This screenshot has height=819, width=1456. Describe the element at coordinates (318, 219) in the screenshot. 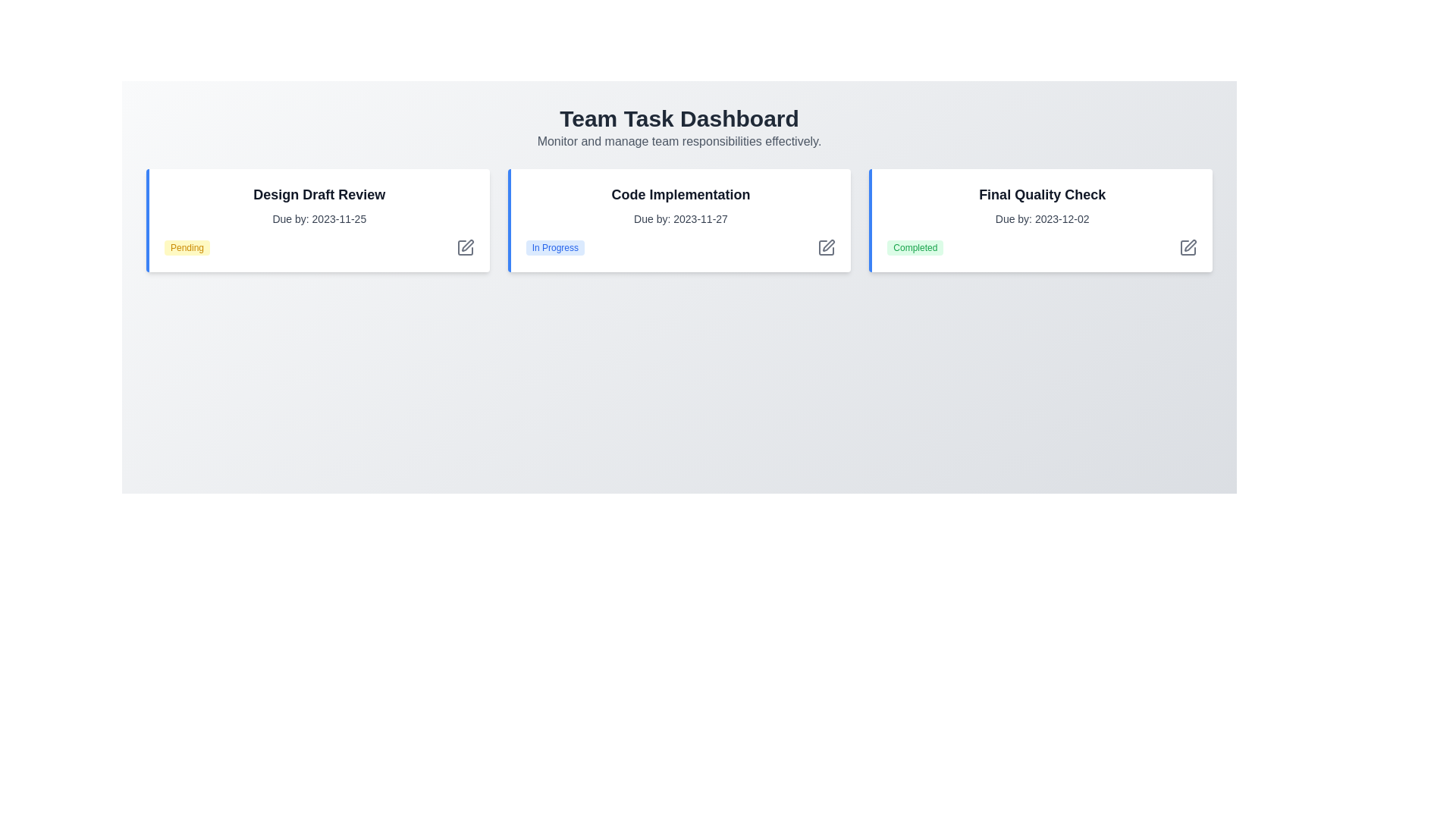

I see `the text label that reads 'Due by: 2023-11-25', which is styled in gray and positioned below the title 'Design Draft Review' in the leftmost card` at that location.